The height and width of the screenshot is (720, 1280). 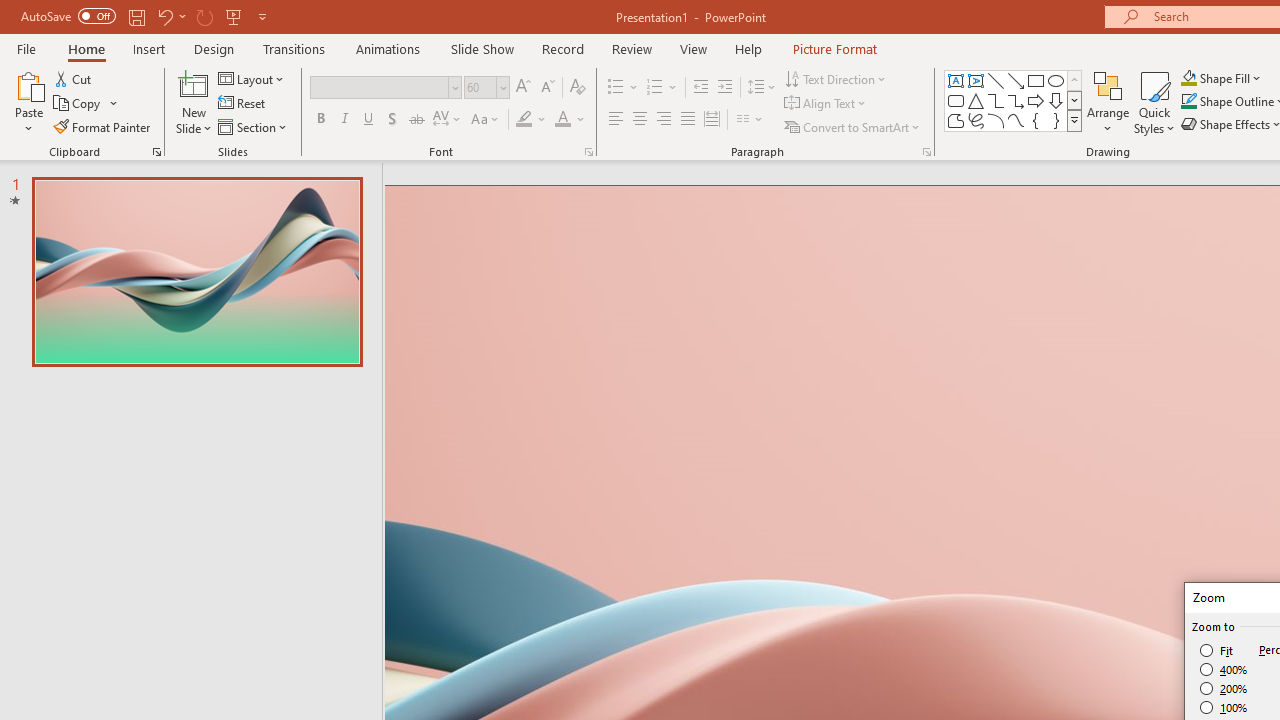 I want to click on 'Picture Format', so click(x=835, y=48).